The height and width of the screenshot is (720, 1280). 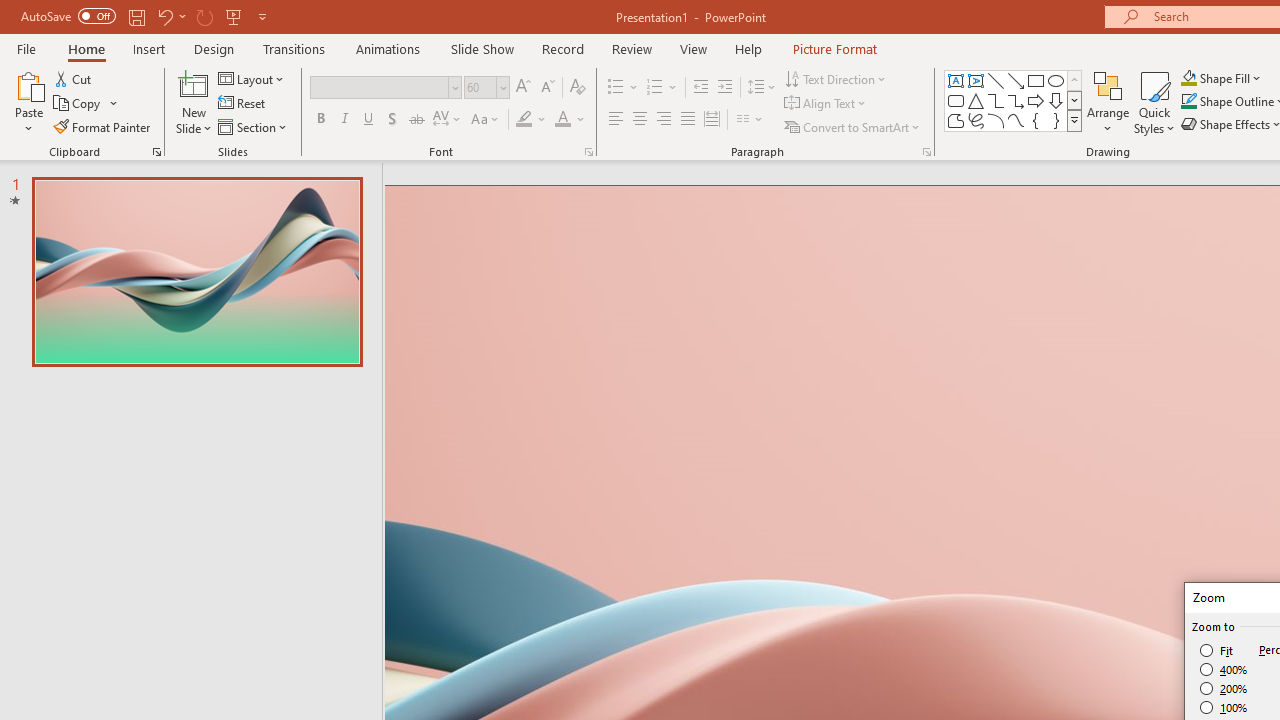 I want to click on 'Picture Format', so click(x=835, y=48).